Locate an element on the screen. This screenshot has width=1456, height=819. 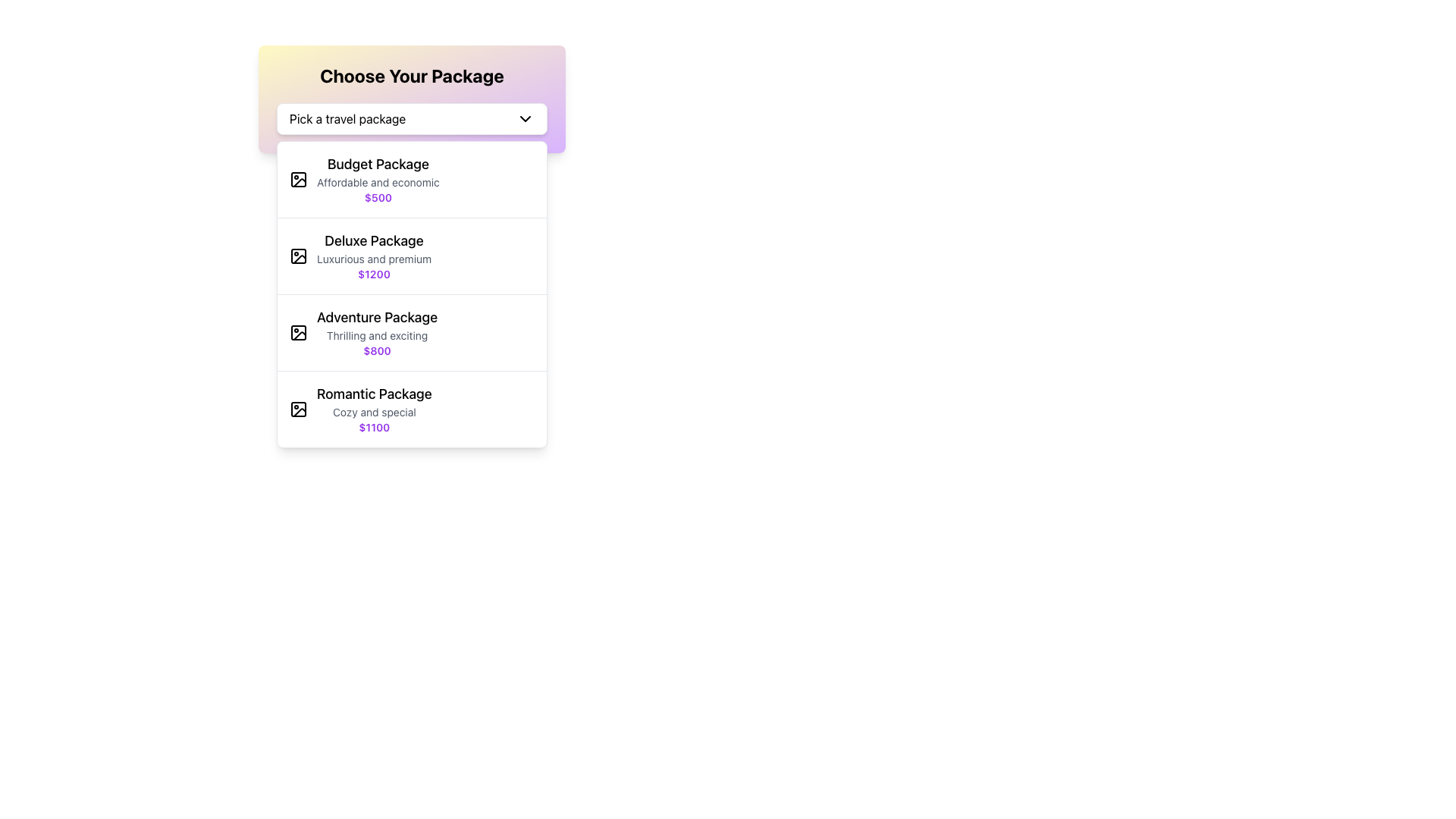
the text 'Budget Package', which is the first item in the dropdown list under 'Choose Your Package', styled as a heading is located at coordinates (378, 164).